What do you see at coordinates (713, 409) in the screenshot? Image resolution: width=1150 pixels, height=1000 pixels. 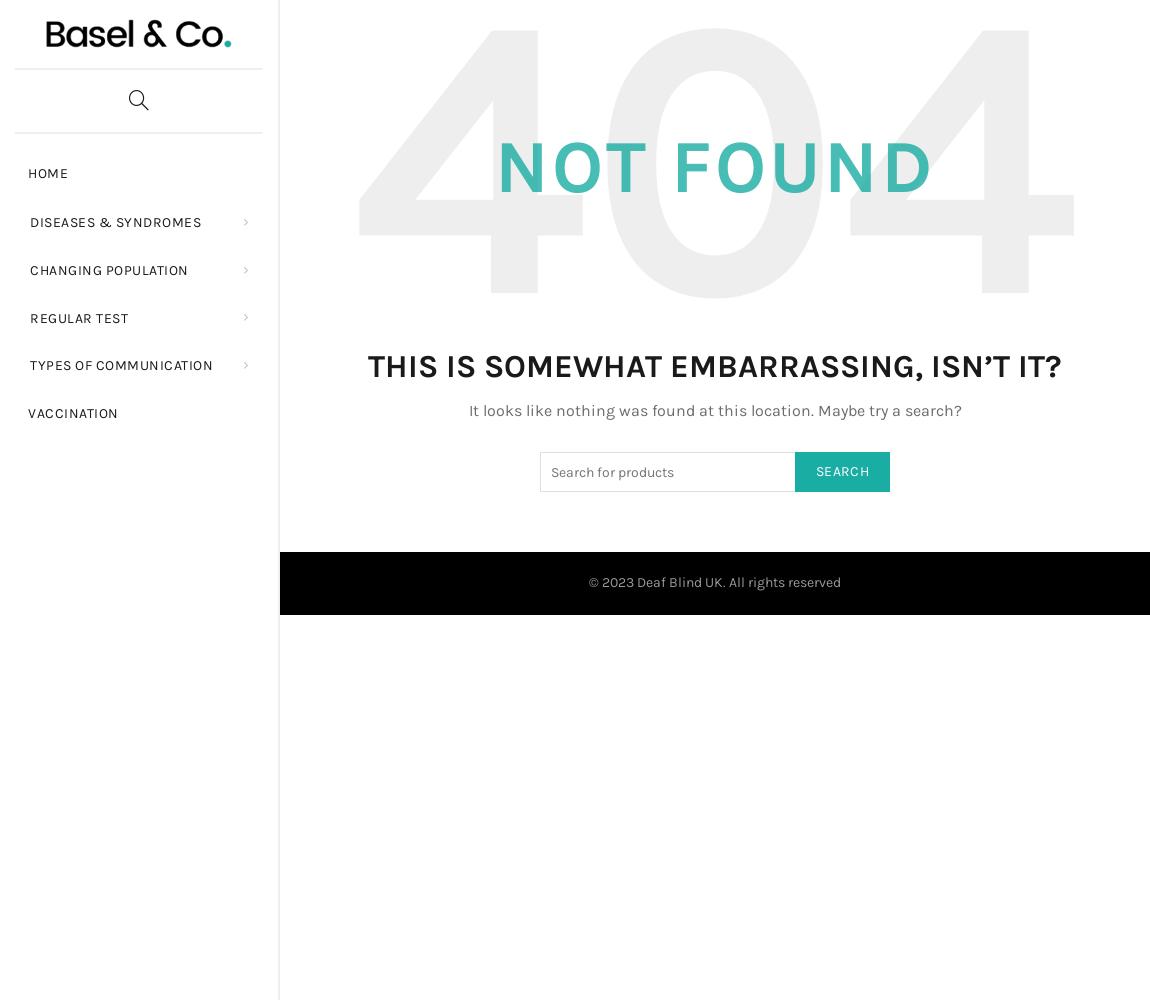 I see `'It looks like nothing was found at this location. Maybe try a search?'` at bounding box center [713, 409].